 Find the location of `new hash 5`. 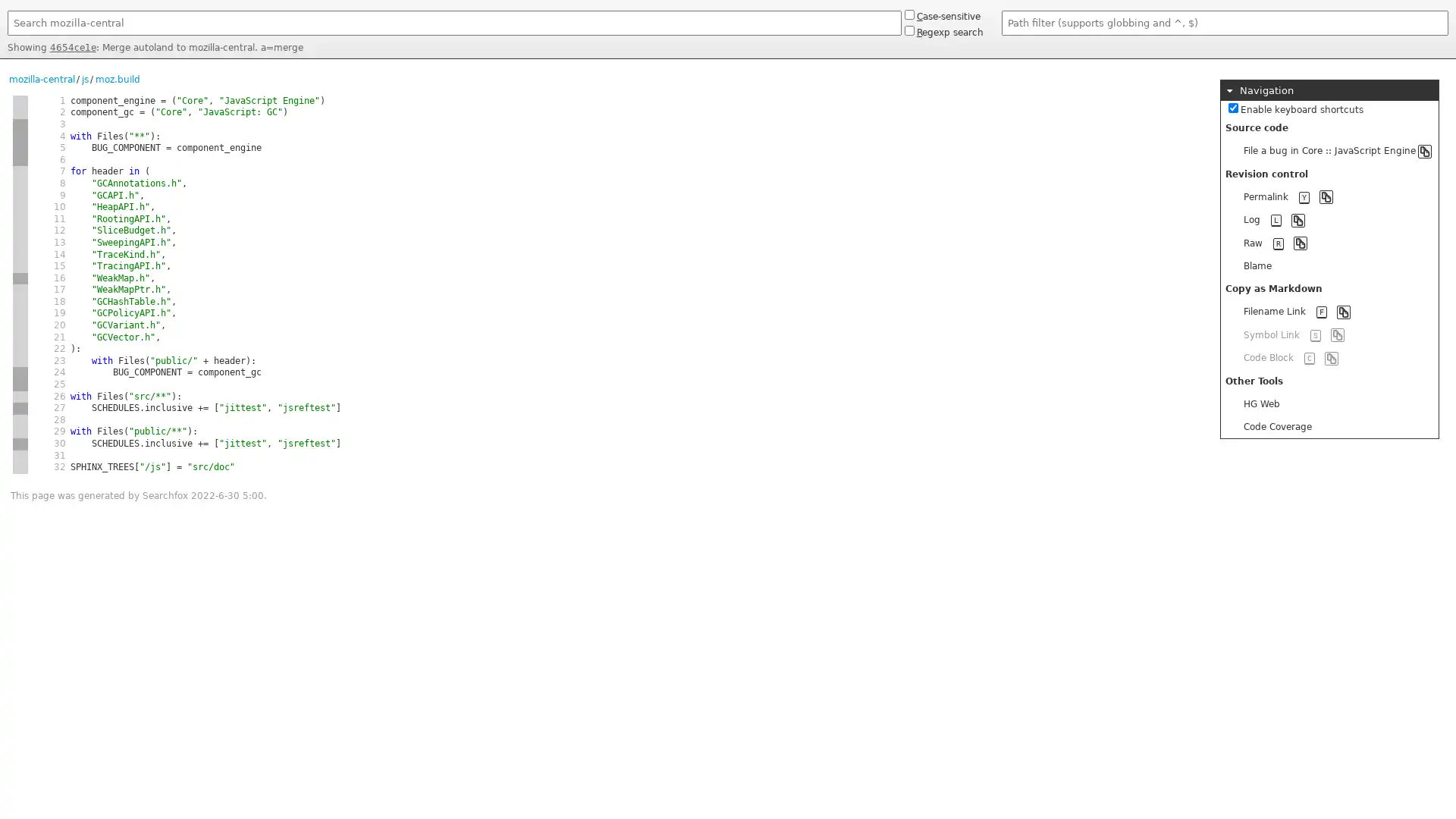

new hash 5 is located at coordinates (20, 455).